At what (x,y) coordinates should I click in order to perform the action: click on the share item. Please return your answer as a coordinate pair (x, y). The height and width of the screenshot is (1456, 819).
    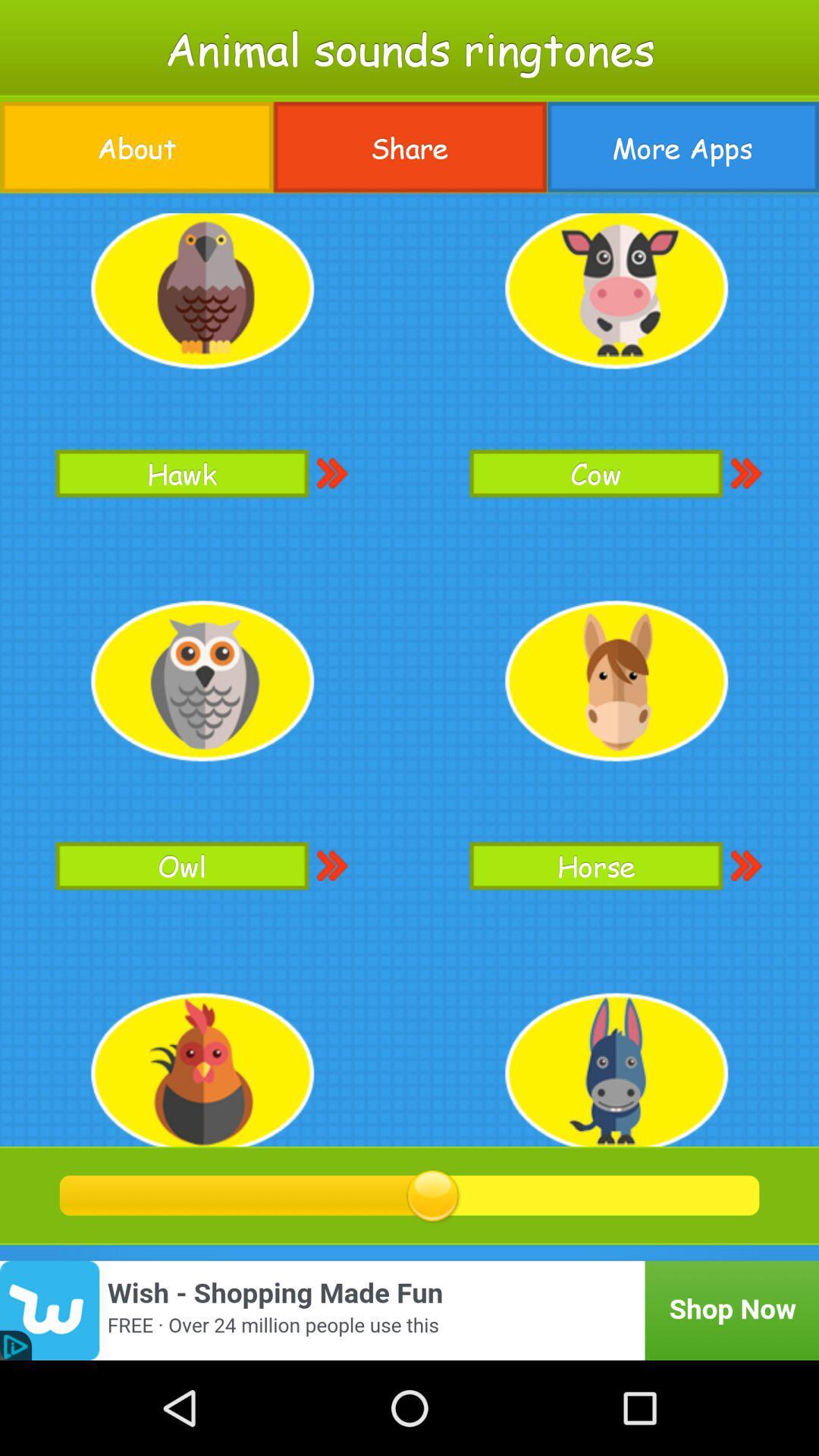
    Looking at the image, I should click on (409, 147).